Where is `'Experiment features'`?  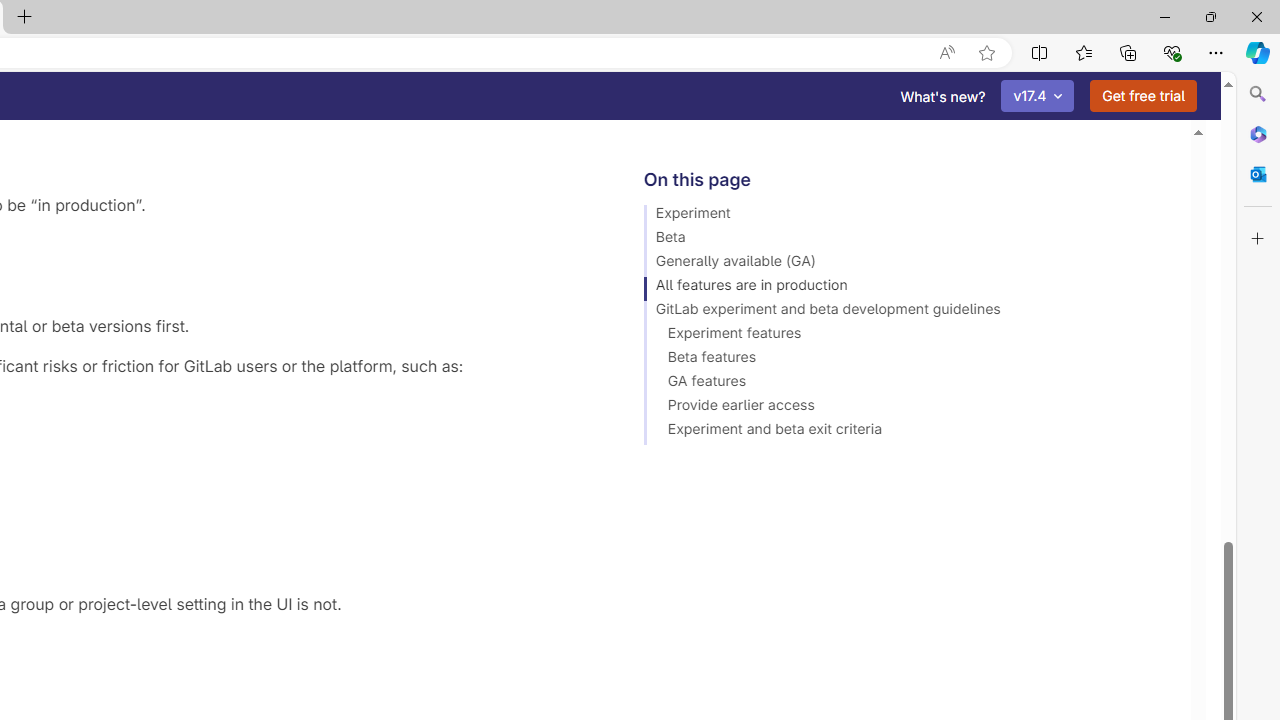
'Experiment features' is located at coordinates (907, 335).